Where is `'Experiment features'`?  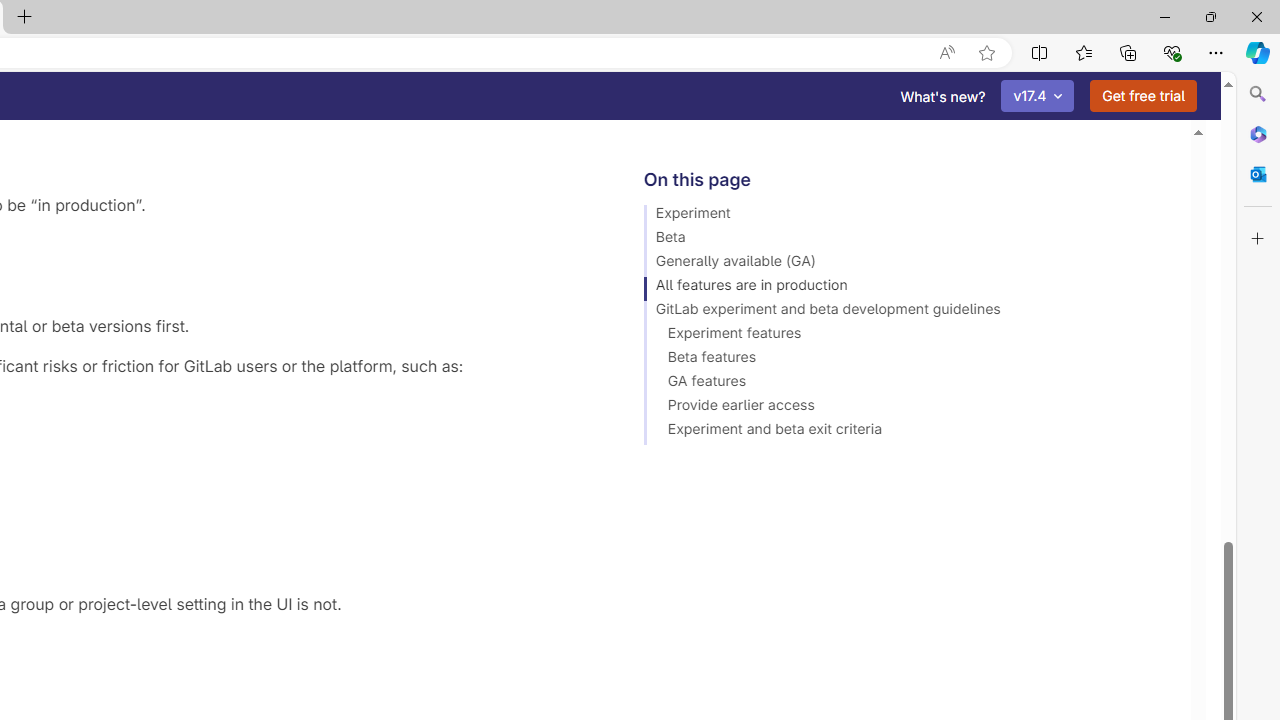
'Experiment features' is located at coordinates (907, 335).